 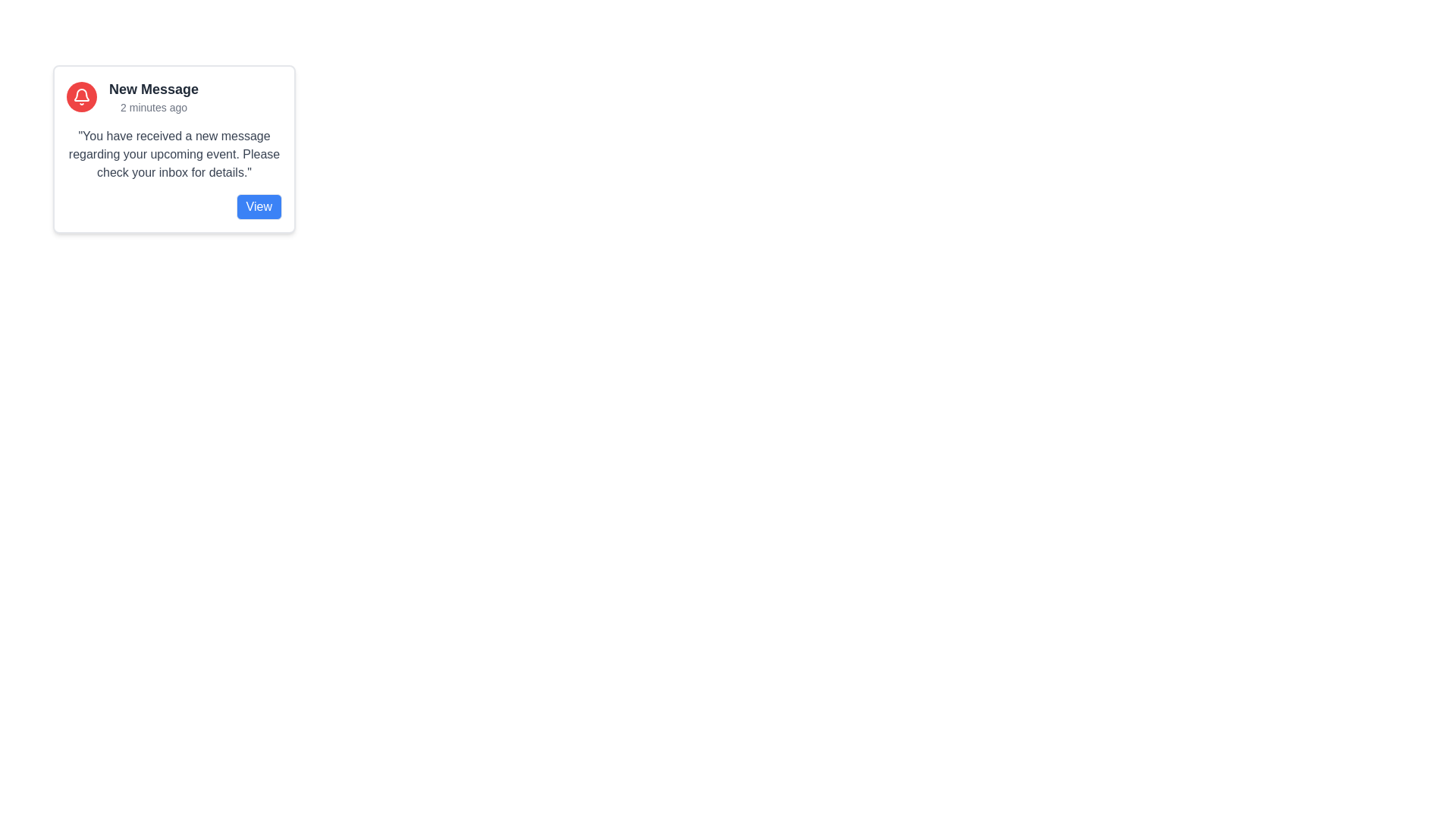 What do you see at coordinates (153, 107) in the screenshot?
I see `the timestamp text label located beneath 'New Message' and above the main body text in the notification card` at bounding box center [153, 107].